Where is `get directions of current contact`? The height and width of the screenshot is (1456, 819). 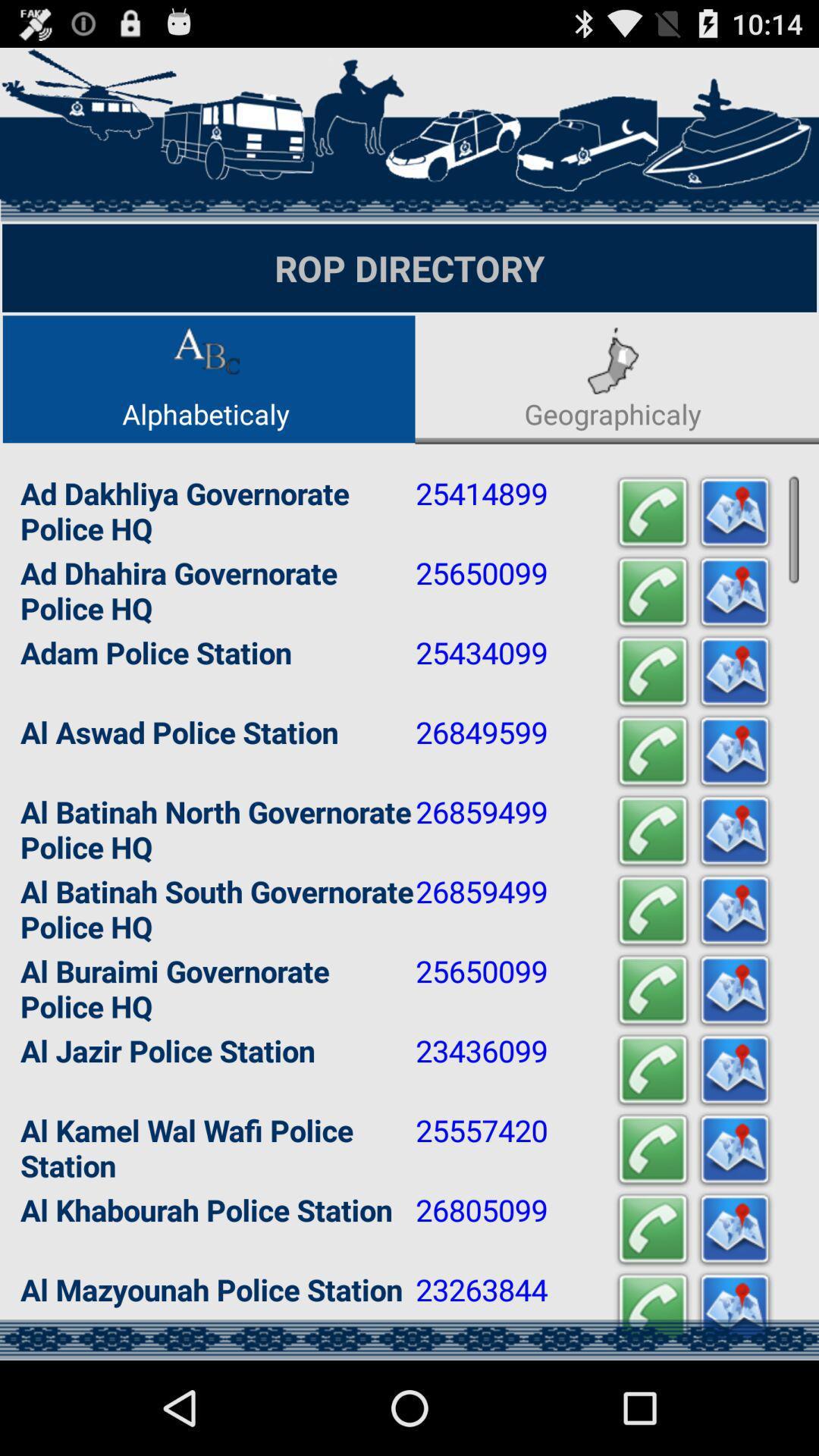 get directions of current contact is located at coordinates (733, 591).